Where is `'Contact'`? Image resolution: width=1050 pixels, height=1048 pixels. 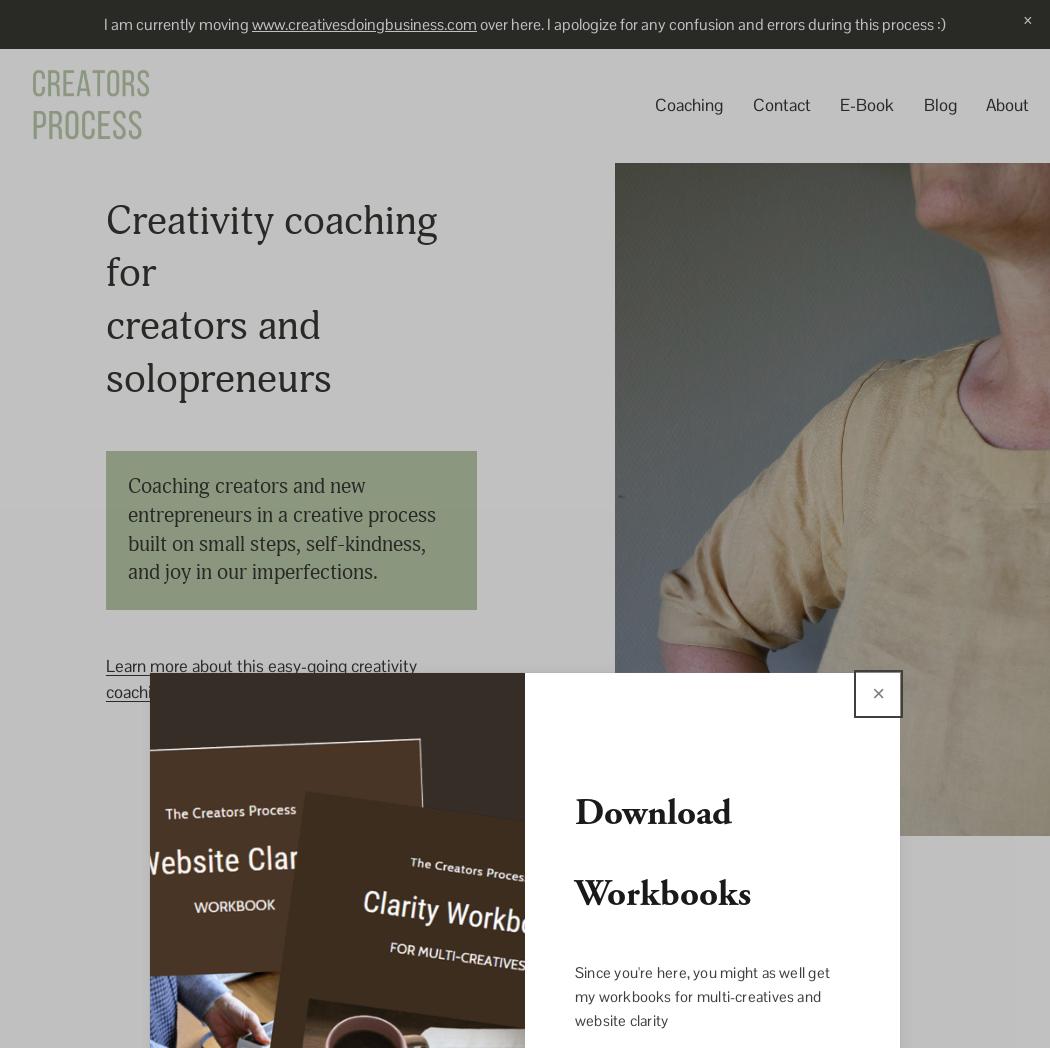
'Contact' is located at coordinates (780, 104).